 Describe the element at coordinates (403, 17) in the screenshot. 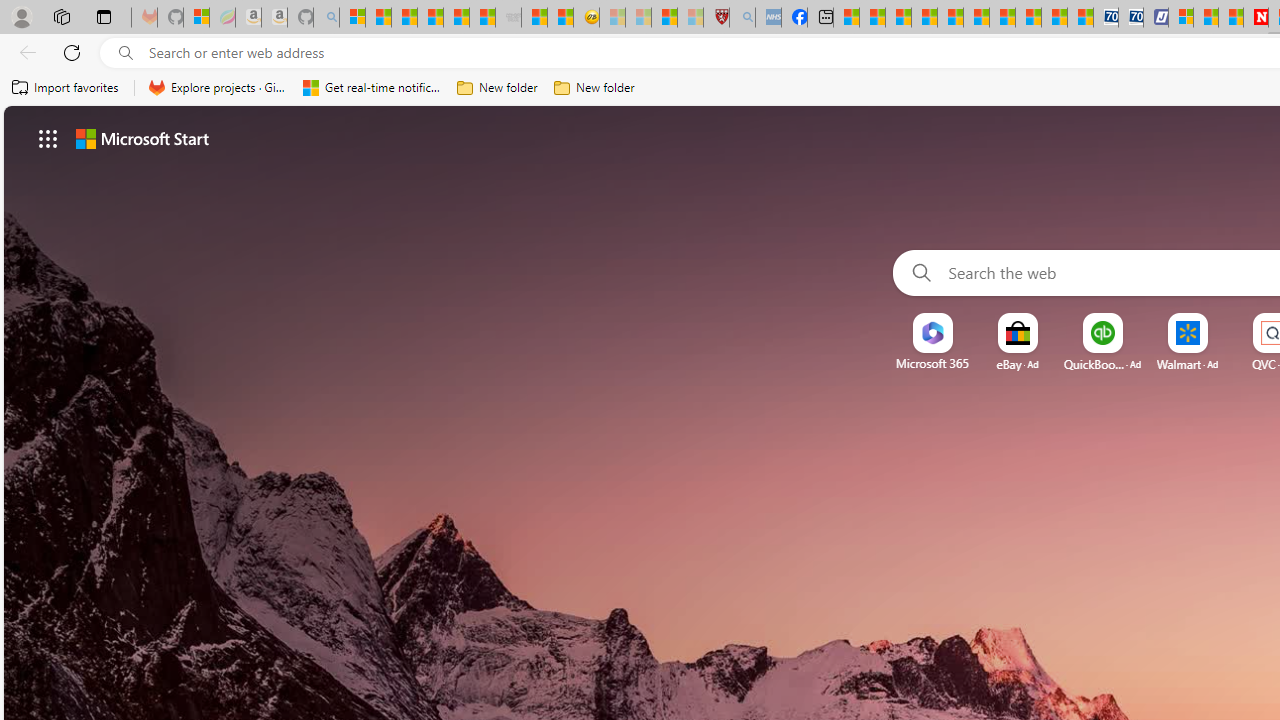

I see `'The Weather Channel - MSN'` at that location.